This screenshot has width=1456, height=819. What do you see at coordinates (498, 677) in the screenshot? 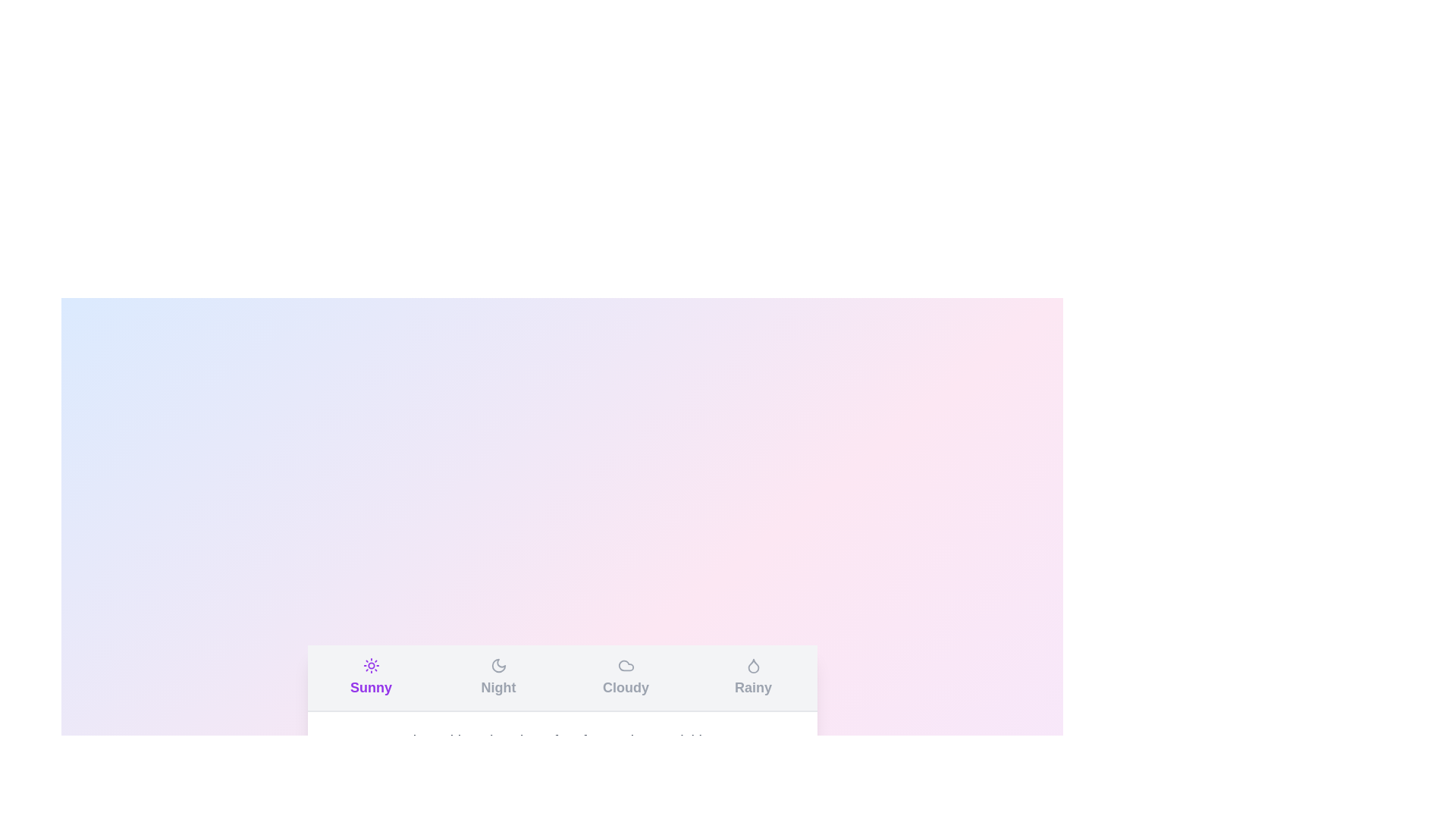
I see `the tab labeled Night to observe the hover effect` at bounding box center [498, 677].